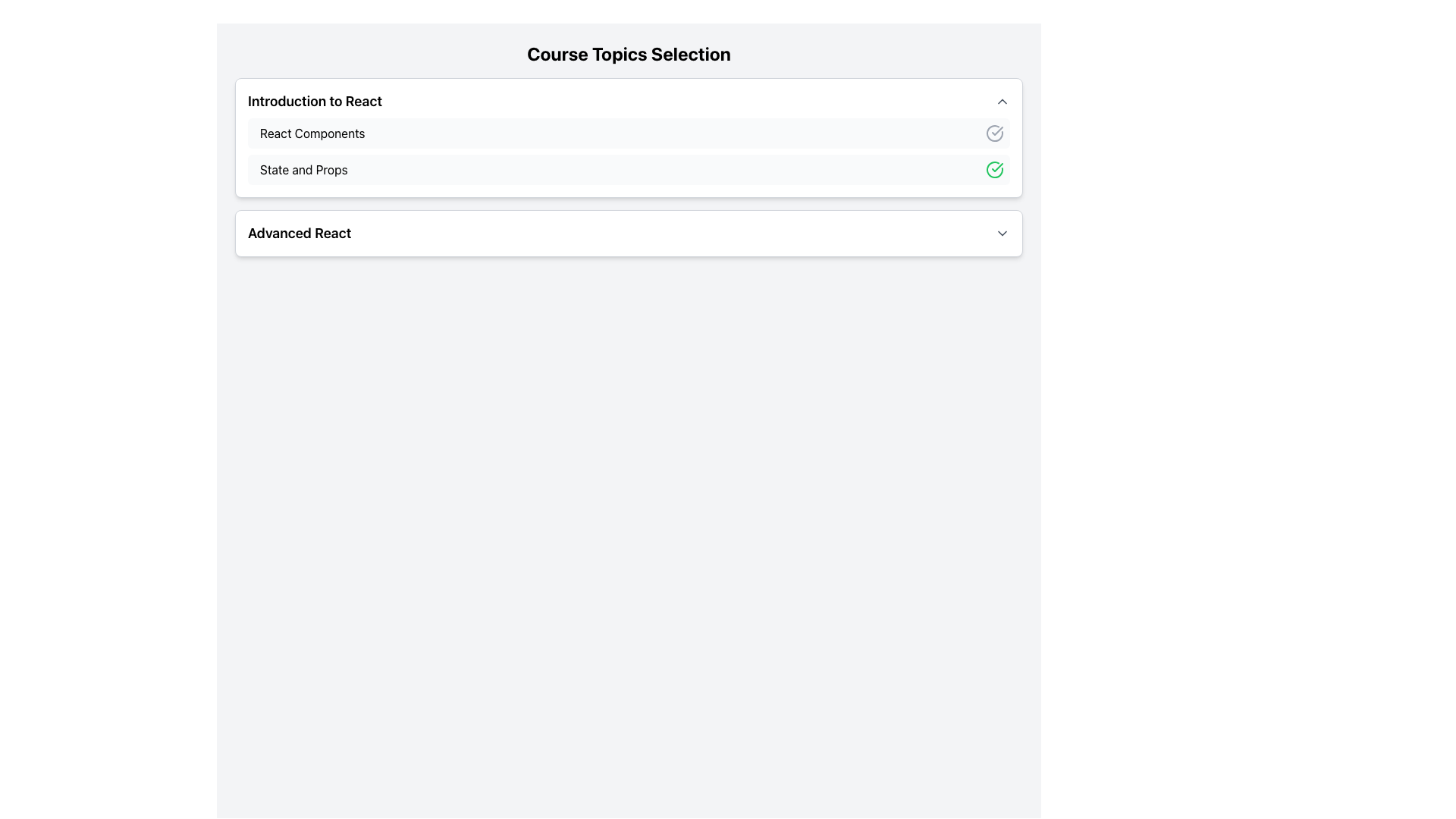  Describe the element at coordinates (1002, 234) in the screenshot. I see `the toggle icon resembling a downward-pointing chevron located to the right of the 'Advanced React' text in the header of a collapsible section` at that location.